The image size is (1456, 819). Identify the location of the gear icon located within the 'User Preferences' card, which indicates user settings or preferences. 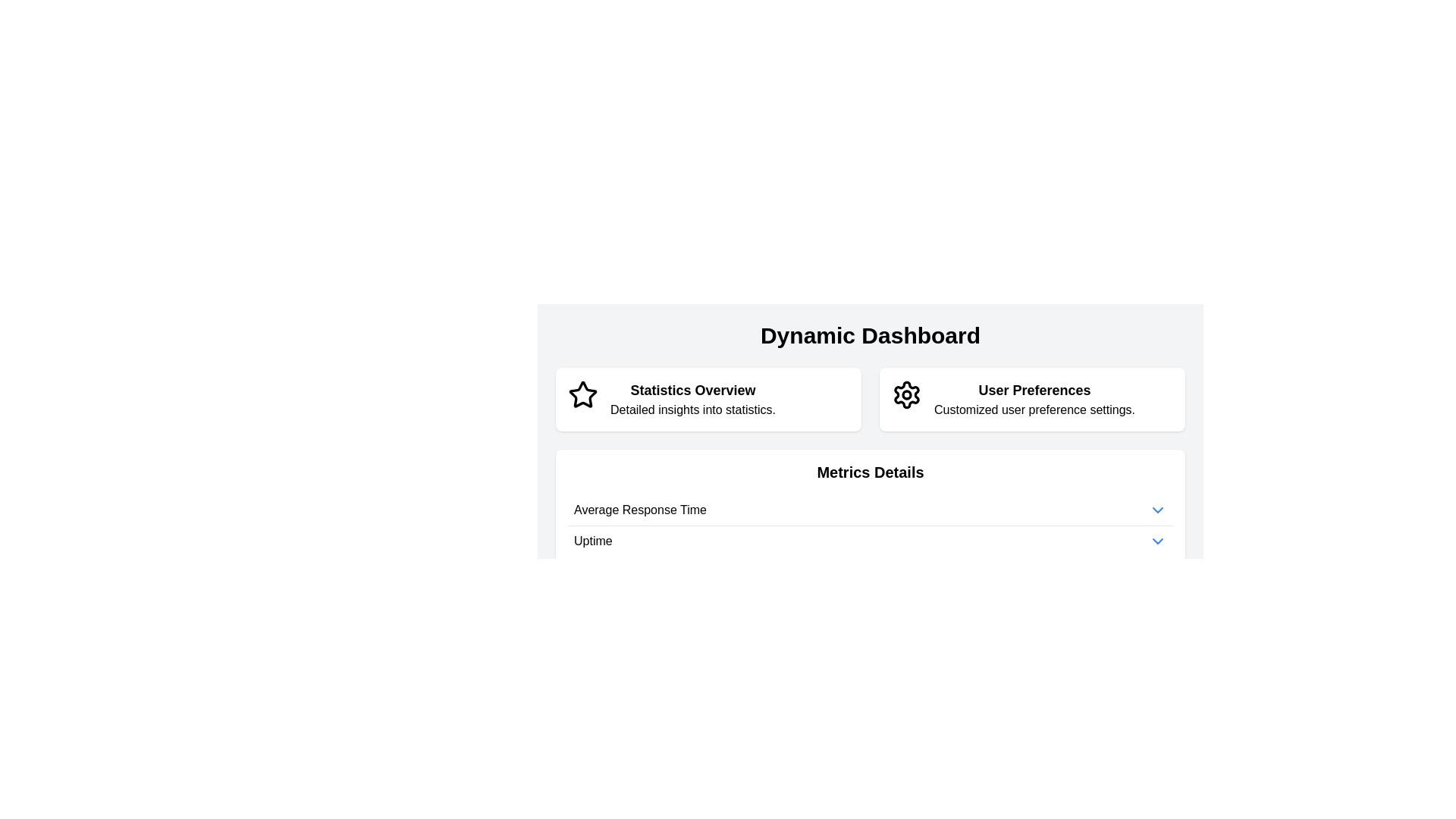
(906, 399).